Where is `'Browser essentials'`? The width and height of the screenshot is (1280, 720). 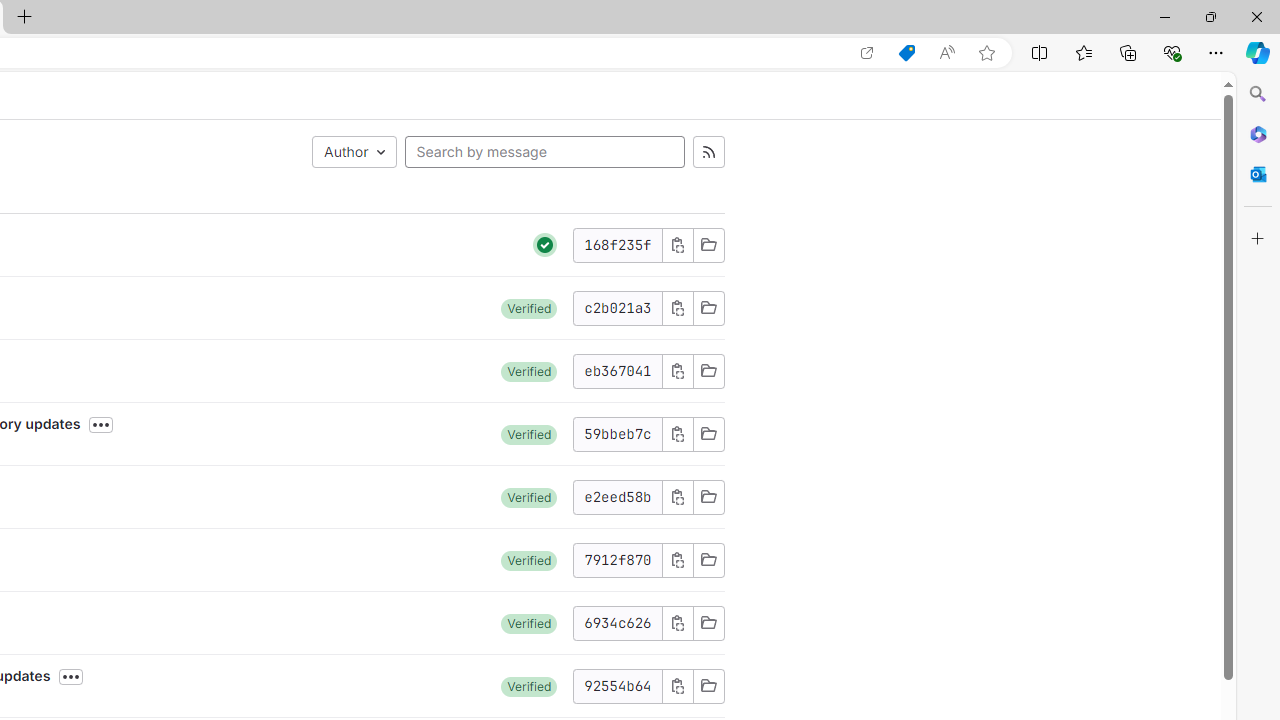
'Browser essentials' is located at coordinates (1171, 51).